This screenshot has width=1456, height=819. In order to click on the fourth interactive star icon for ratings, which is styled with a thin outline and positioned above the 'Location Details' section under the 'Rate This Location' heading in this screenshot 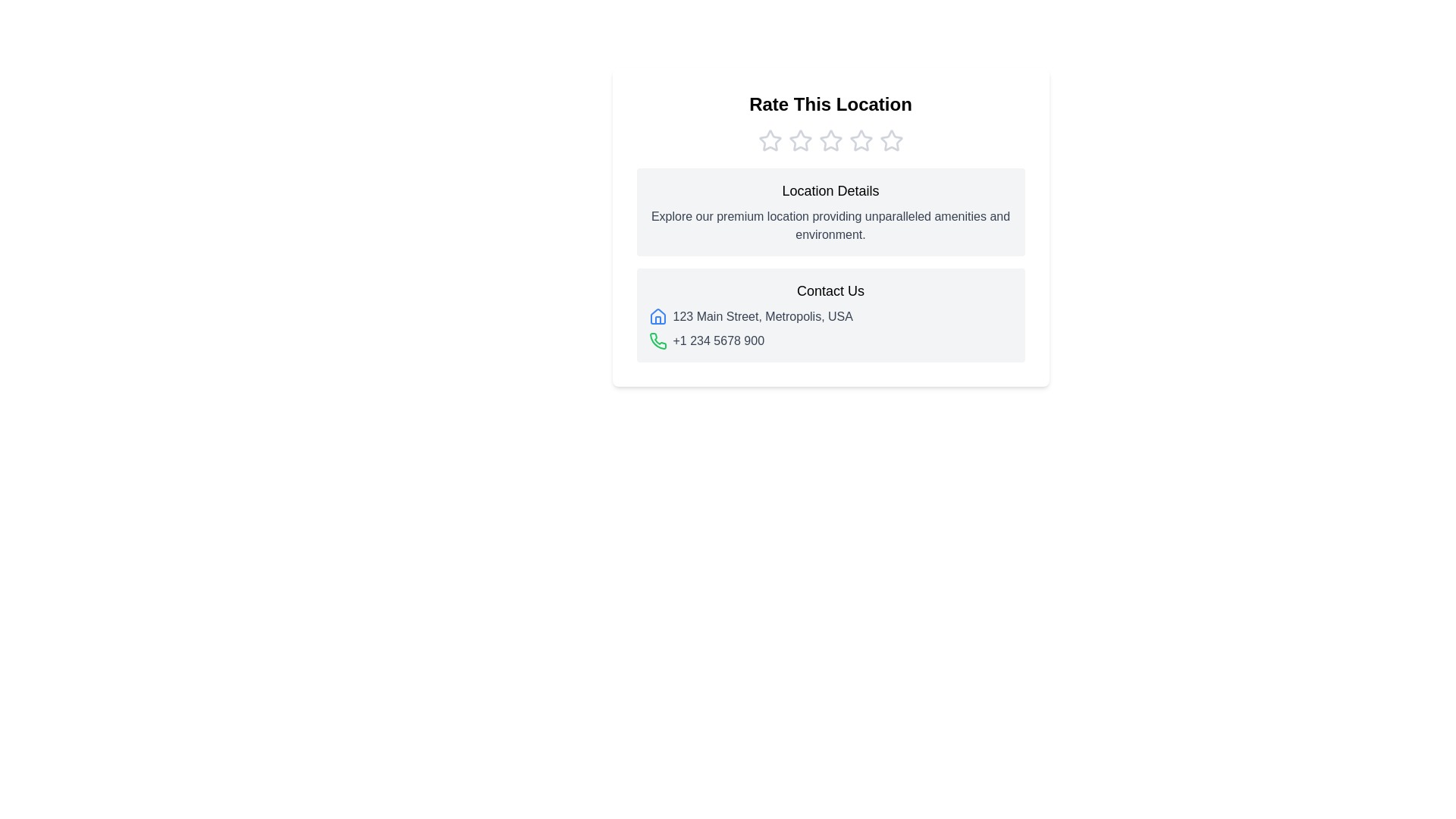, I will do `click(861, 140)`.